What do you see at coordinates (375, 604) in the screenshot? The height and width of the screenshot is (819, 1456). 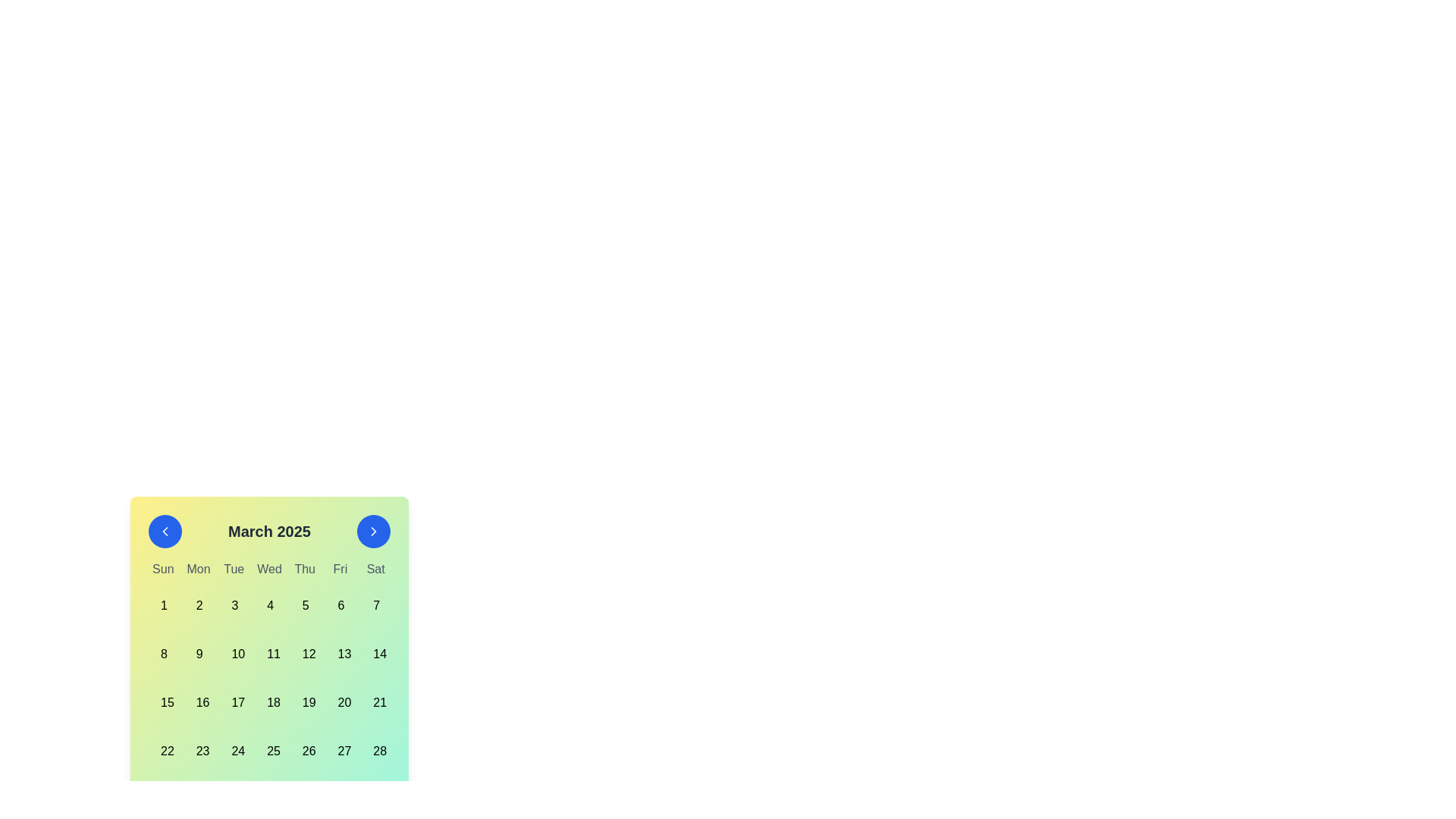 I see `the calendar date cell that represents the seventh day of March 2025, located under the 'Sat' column` at bounding box center [375, 604].